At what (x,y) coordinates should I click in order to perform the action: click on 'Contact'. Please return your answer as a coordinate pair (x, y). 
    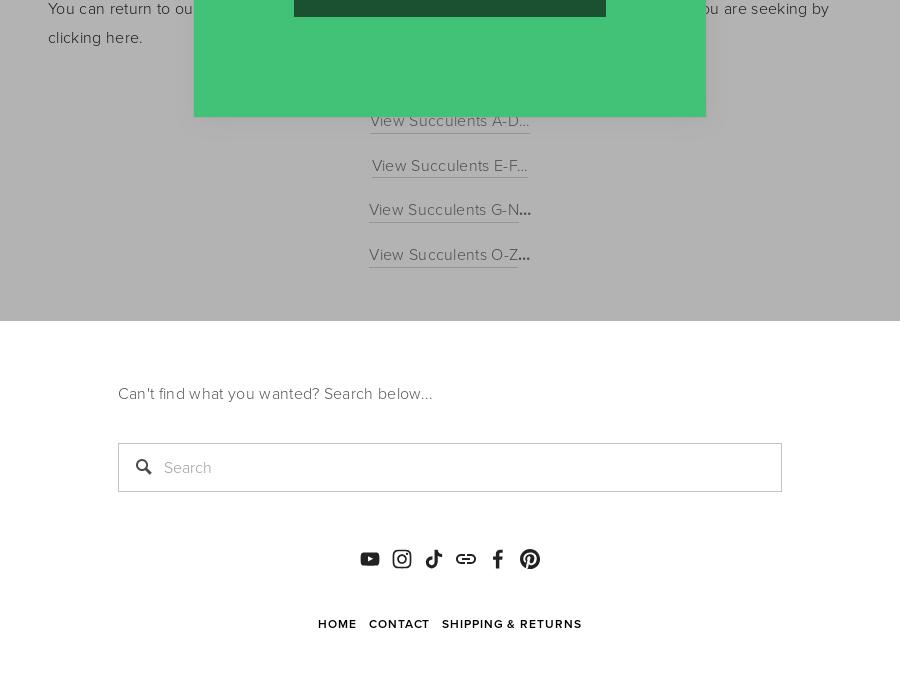
    Looking at the image, I should click on (368, 623).